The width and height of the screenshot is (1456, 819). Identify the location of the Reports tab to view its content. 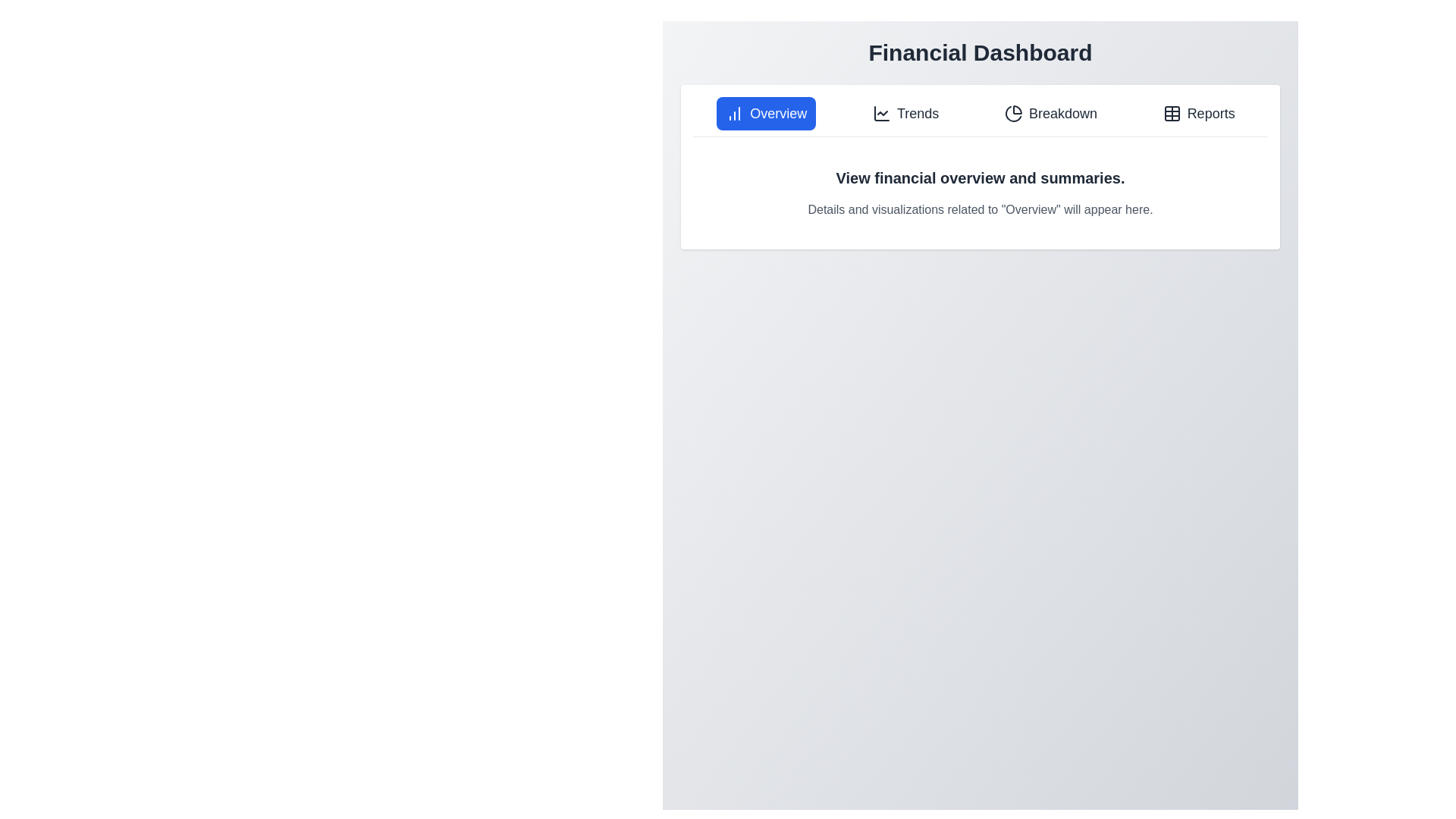
(1198, 113).